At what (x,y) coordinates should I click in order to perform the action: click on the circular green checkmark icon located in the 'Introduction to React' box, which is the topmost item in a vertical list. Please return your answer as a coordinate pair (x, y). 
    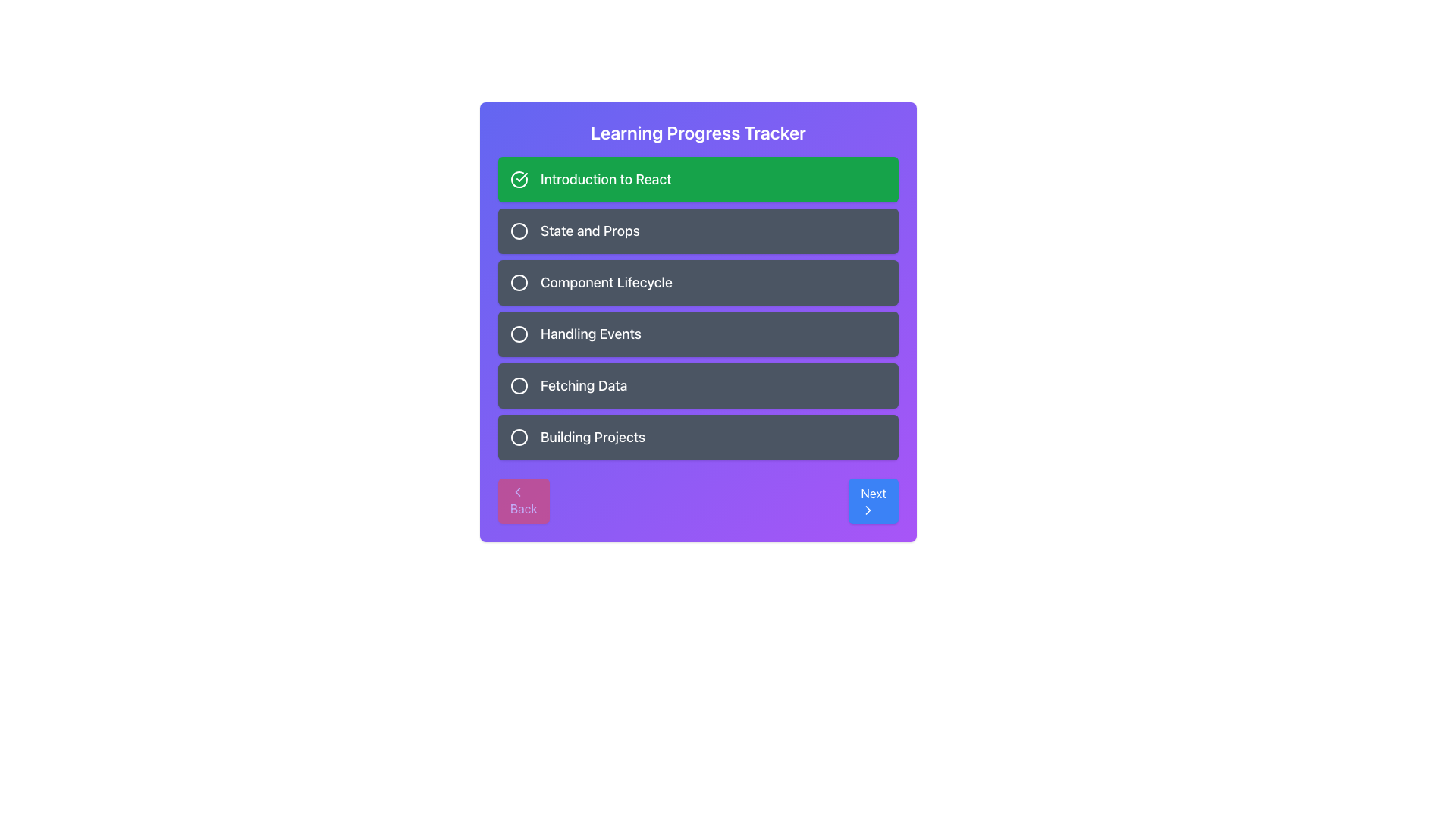
    Looking at the image, I should click on (519, 178).